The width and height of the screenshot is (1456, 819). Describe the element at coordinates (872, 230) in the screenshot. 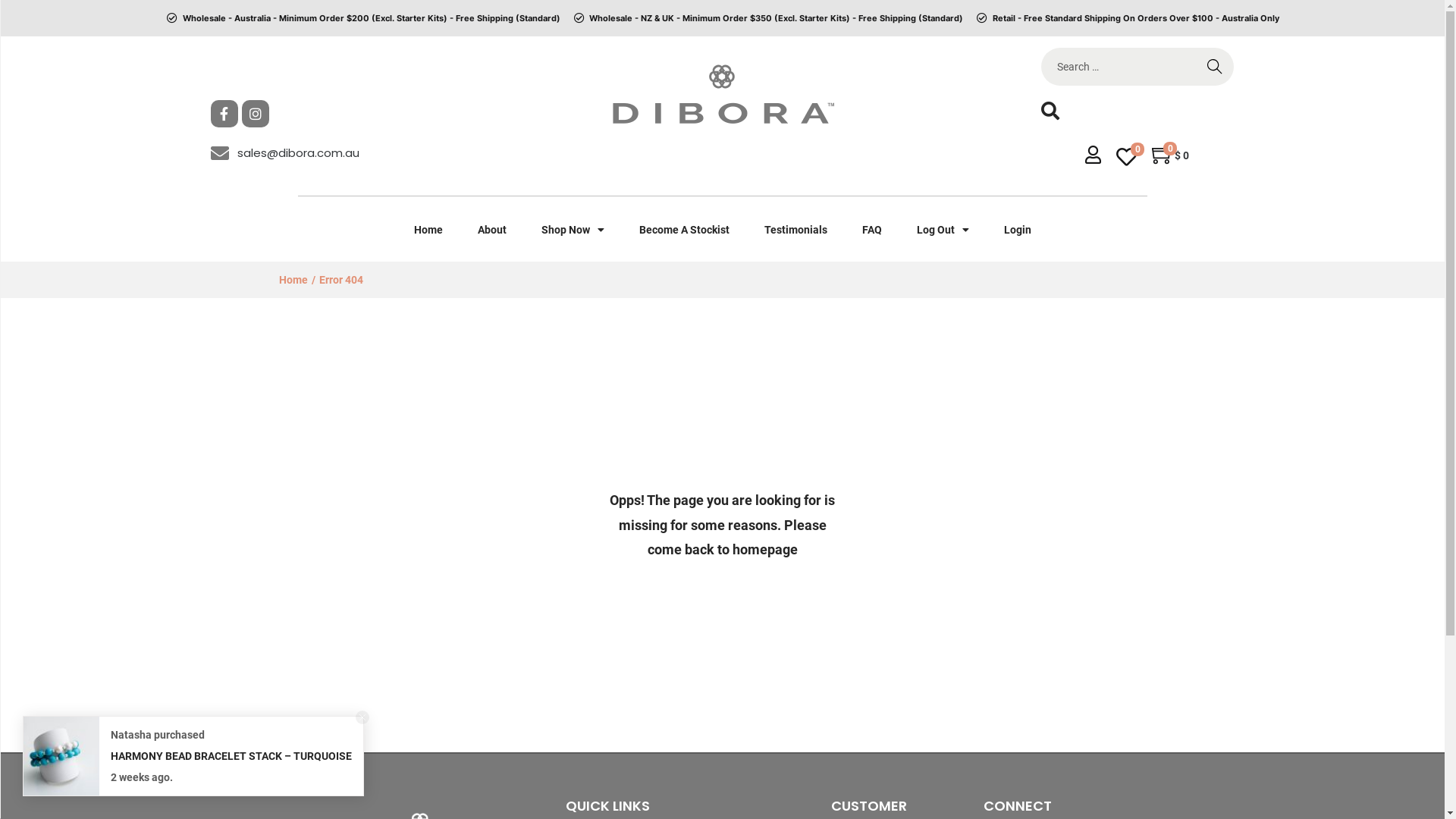

I see `'FAQ'` at that location.